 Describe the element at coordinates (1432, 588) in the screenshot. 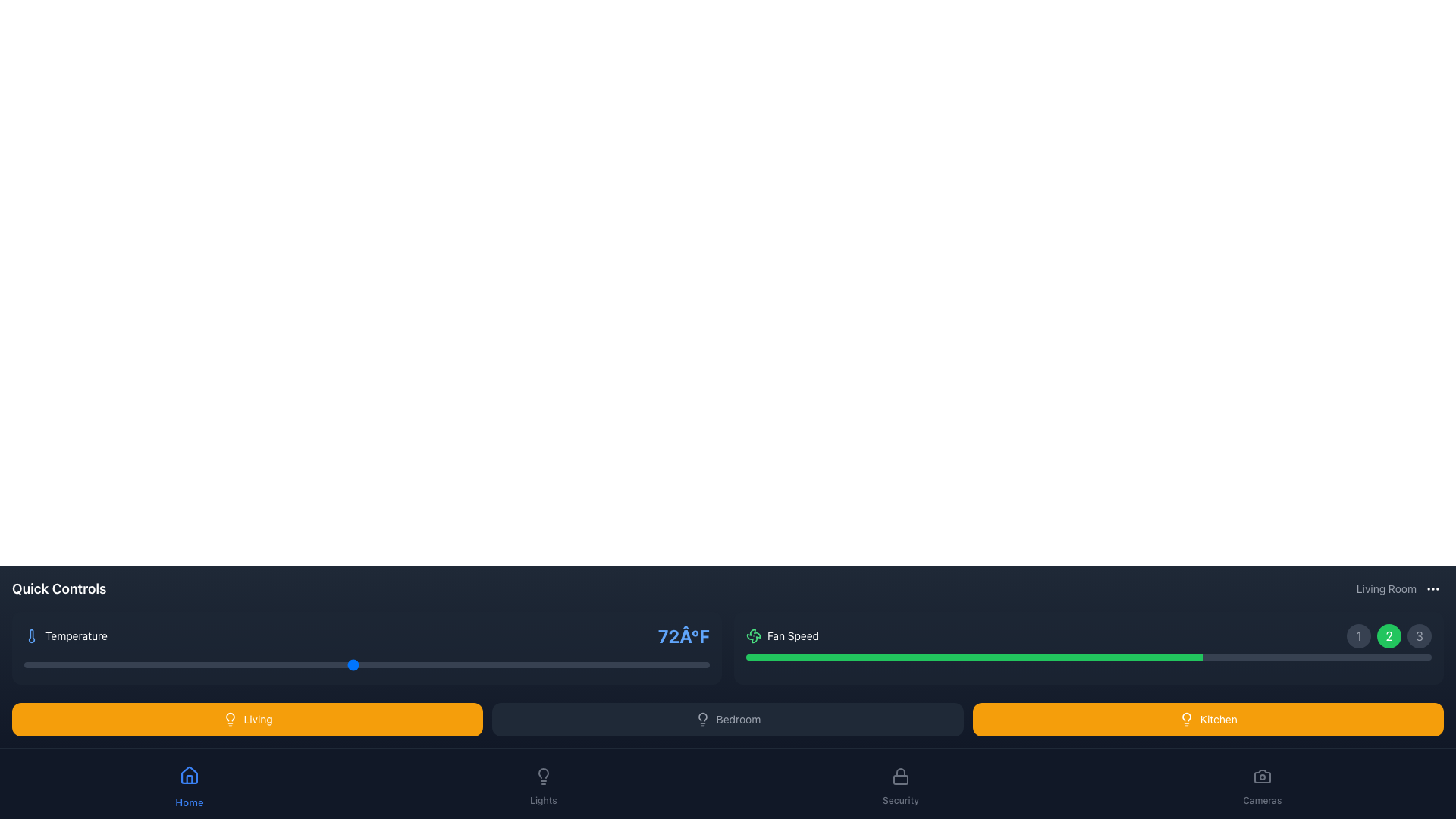

I see `the Icon Button located at the top-right corner of the 'Living Room' section` at that location.